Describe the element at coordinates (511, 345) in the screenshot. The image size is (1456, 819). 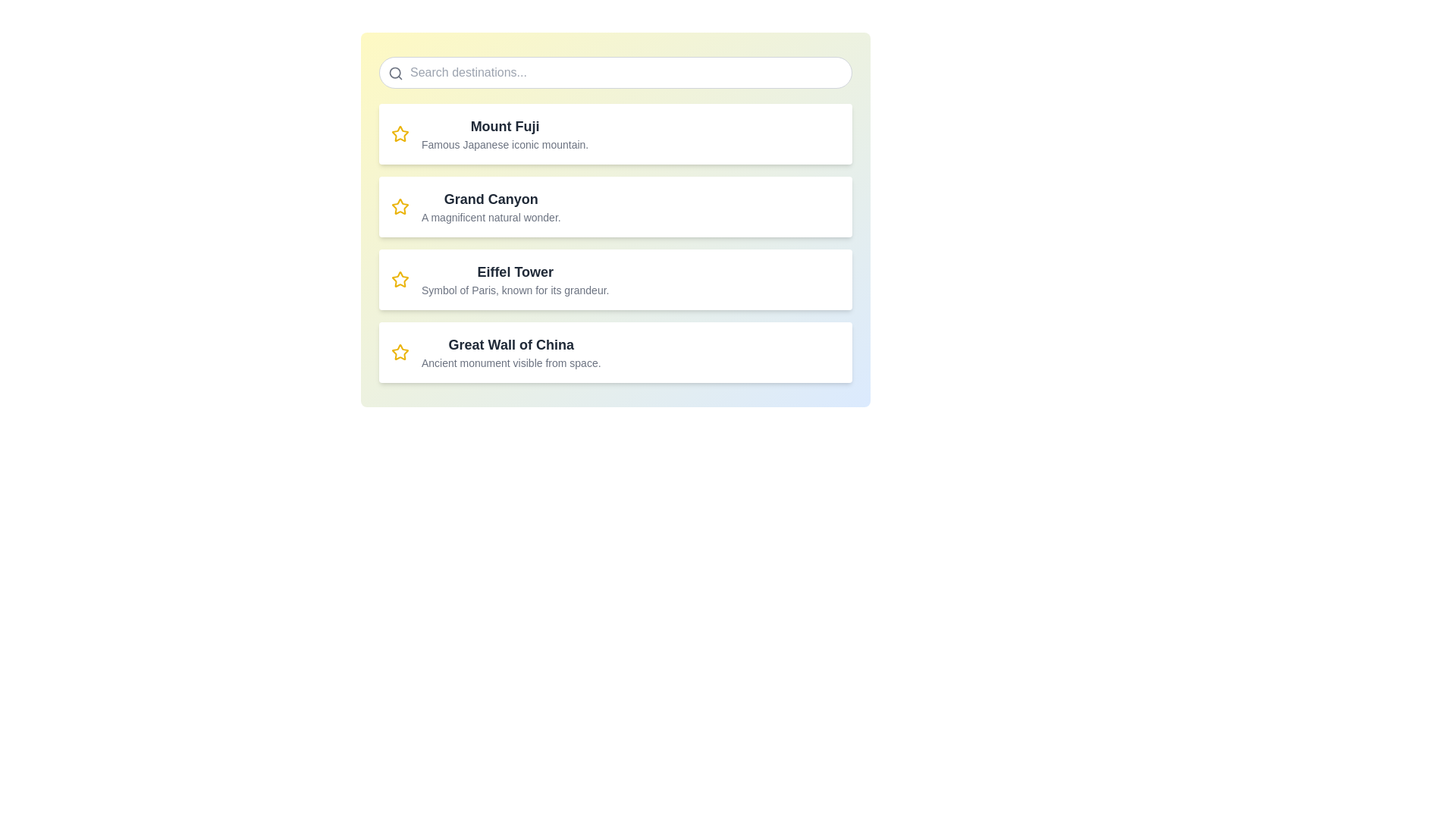
I see `the title text element for the destination 'Great Wall of China' located in the fourth item of the vertical list of destinations` at that location.